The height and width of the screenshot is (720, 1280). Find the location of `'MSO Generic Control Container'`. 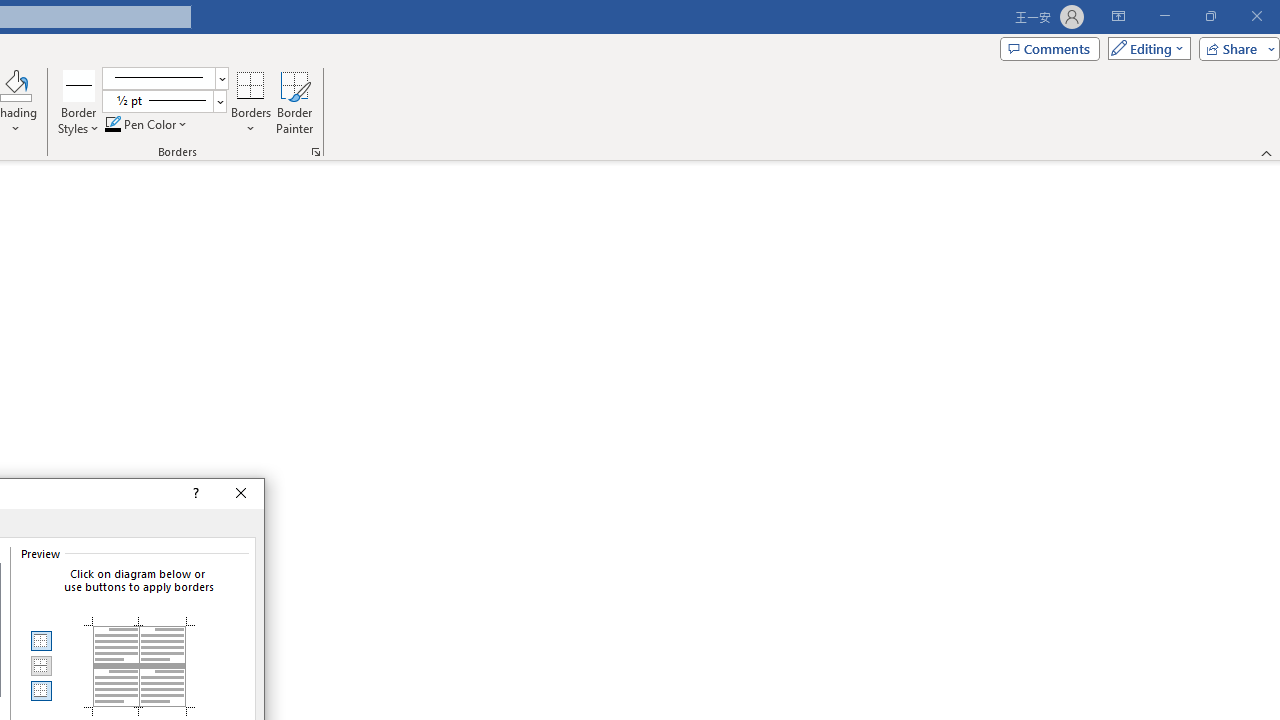

'MSO Generic Control Container' is located at coordinates (40, 641).